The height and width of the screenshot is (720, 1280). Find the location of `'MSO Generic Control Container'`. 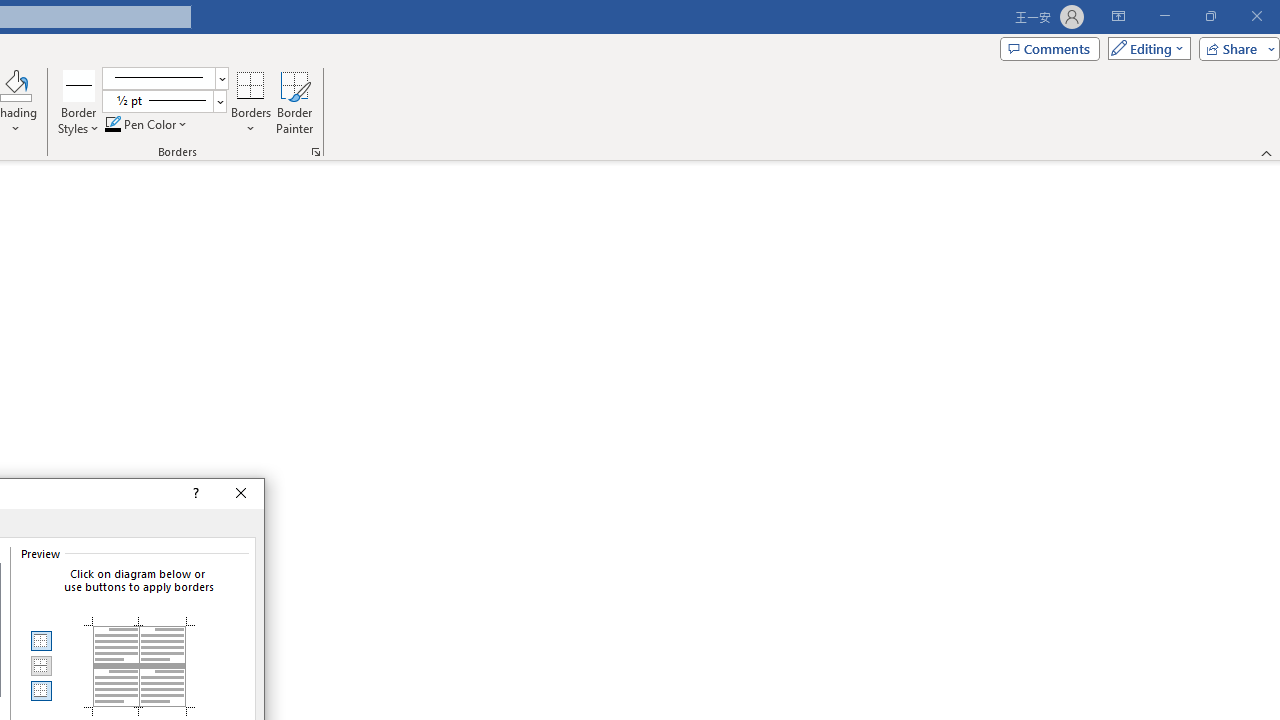

'MSO Generic Control Container' is located at coordinates (40, 641).